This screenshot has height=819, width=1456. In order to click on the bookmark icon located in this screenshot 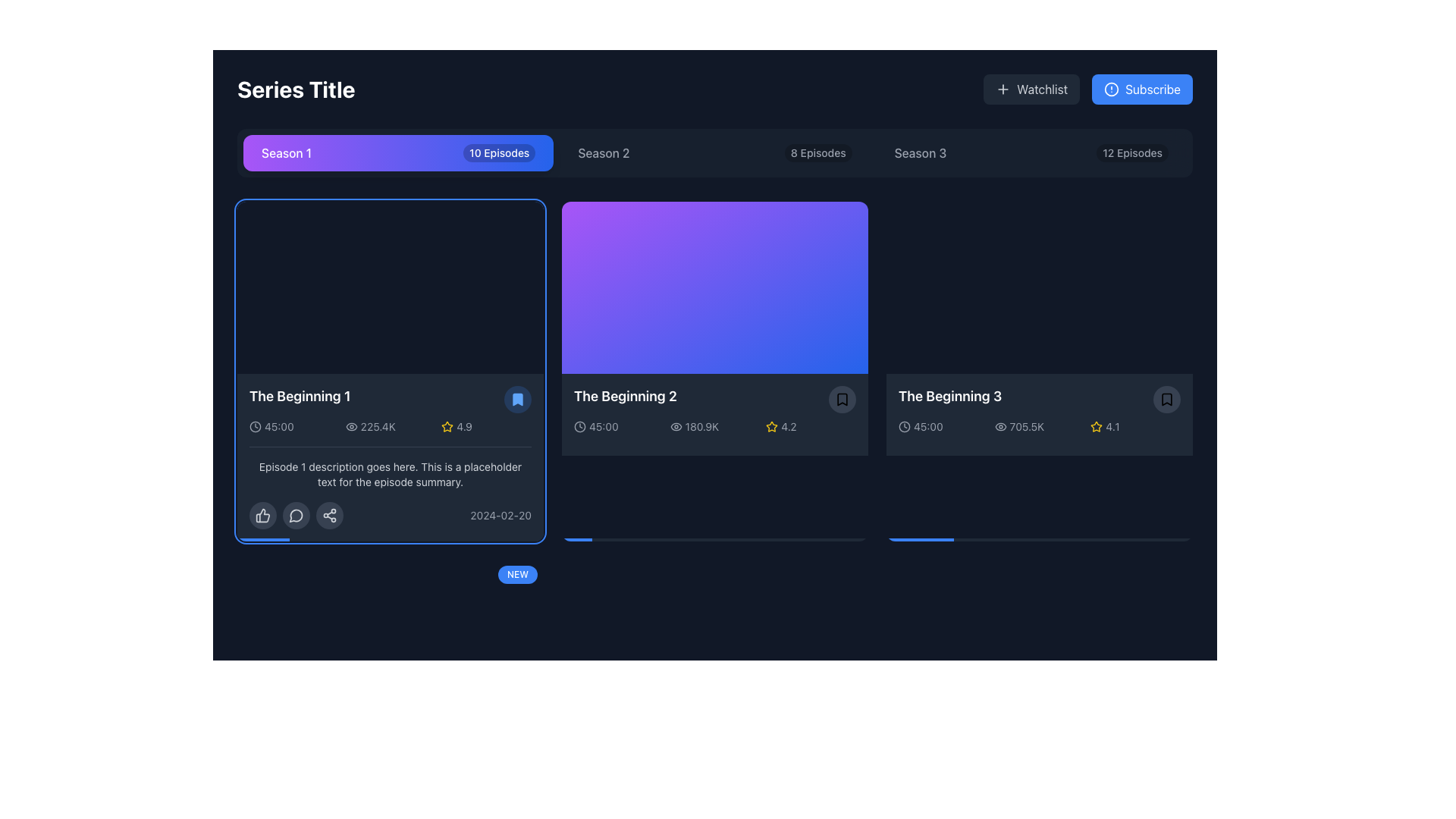, I will do `click(841, 399)`.